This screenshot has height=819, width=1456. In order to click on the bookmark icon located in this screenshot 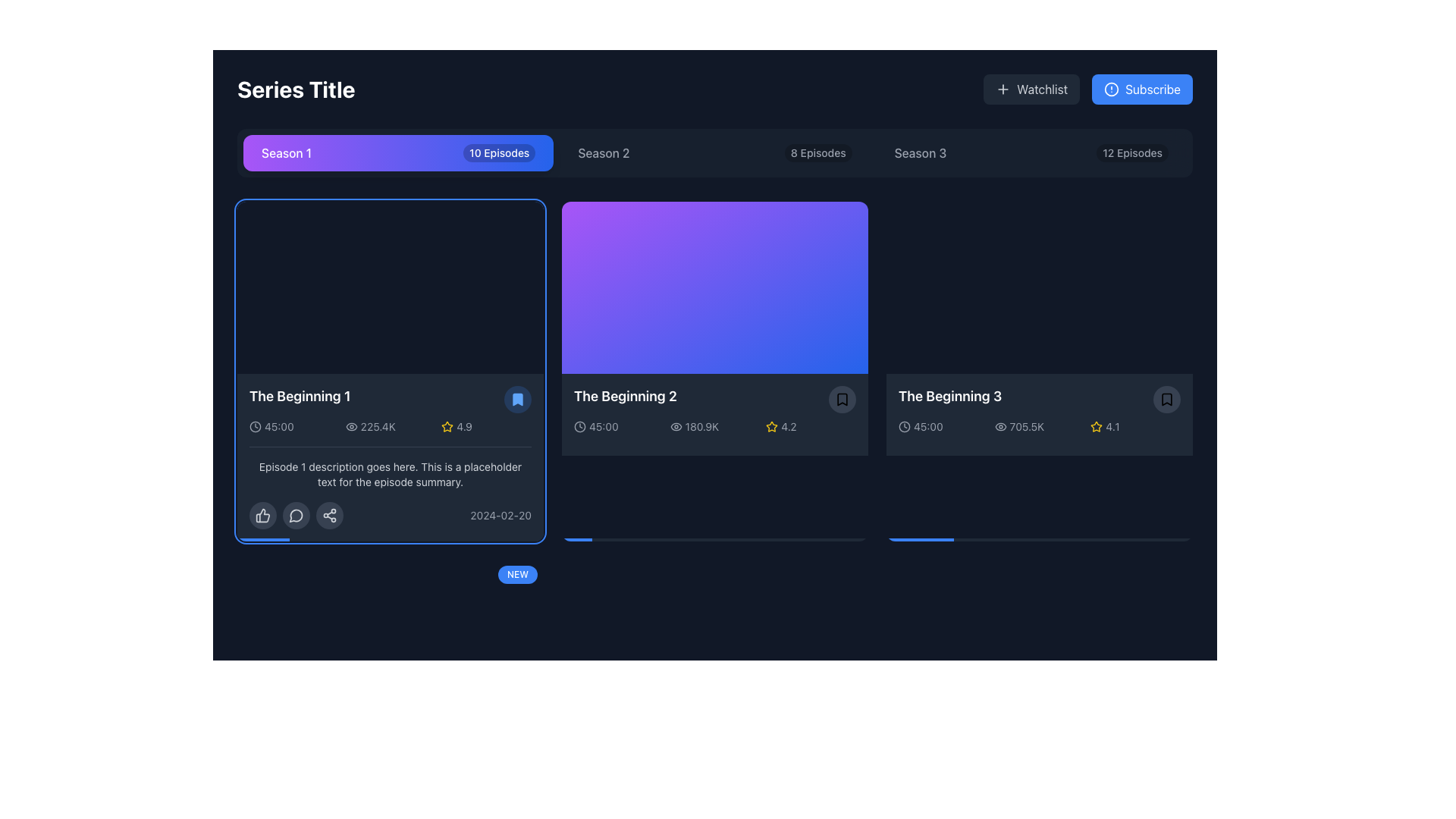, I will do `click(841, 399)`.